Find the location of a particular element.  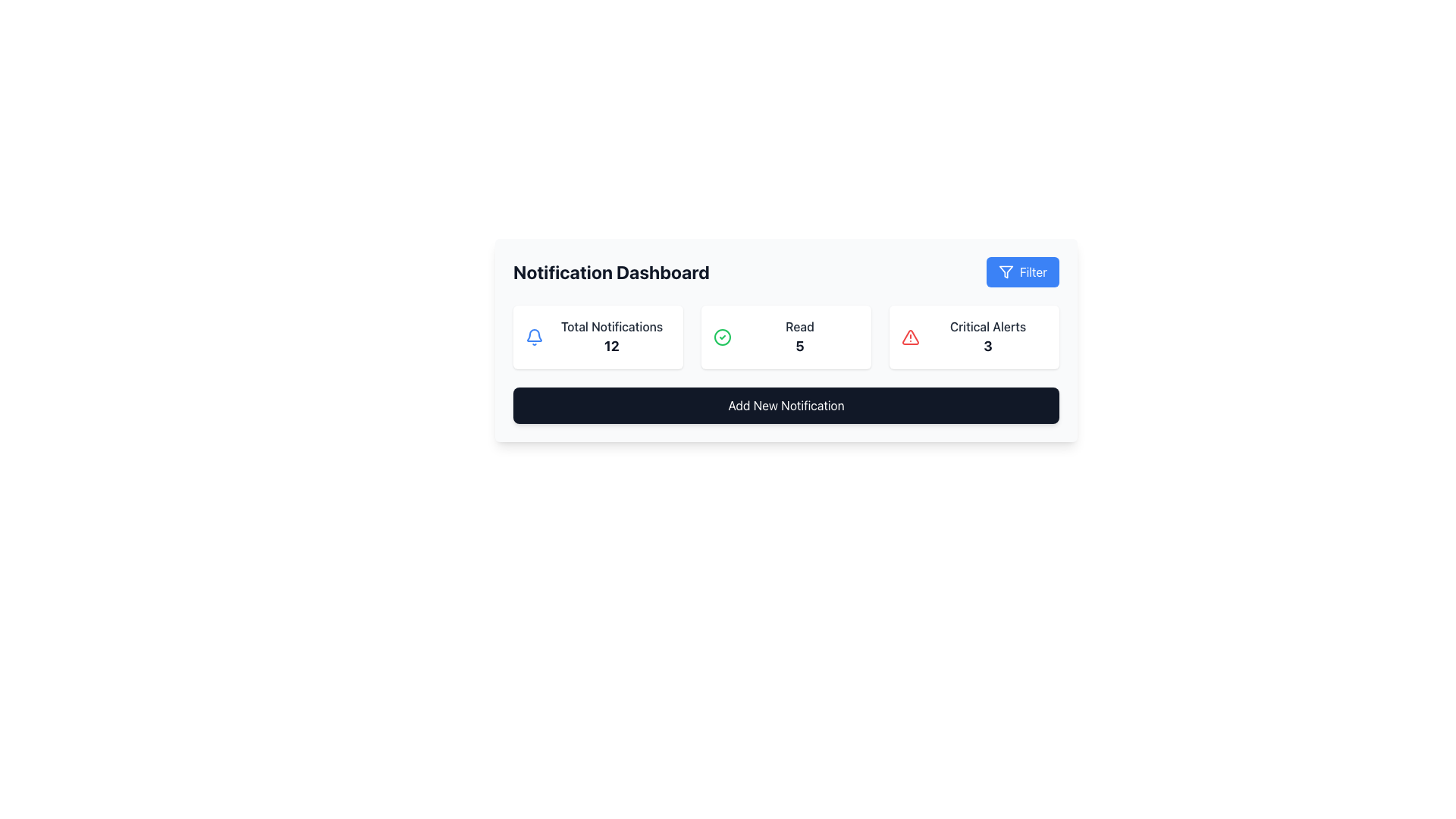

the notification information by interacting with the bell icon representing total notifications, located on the left side of the main notification panel, adjacent to the text 'Total Notifications' and the number '12' is located at coordinates (535, 336).